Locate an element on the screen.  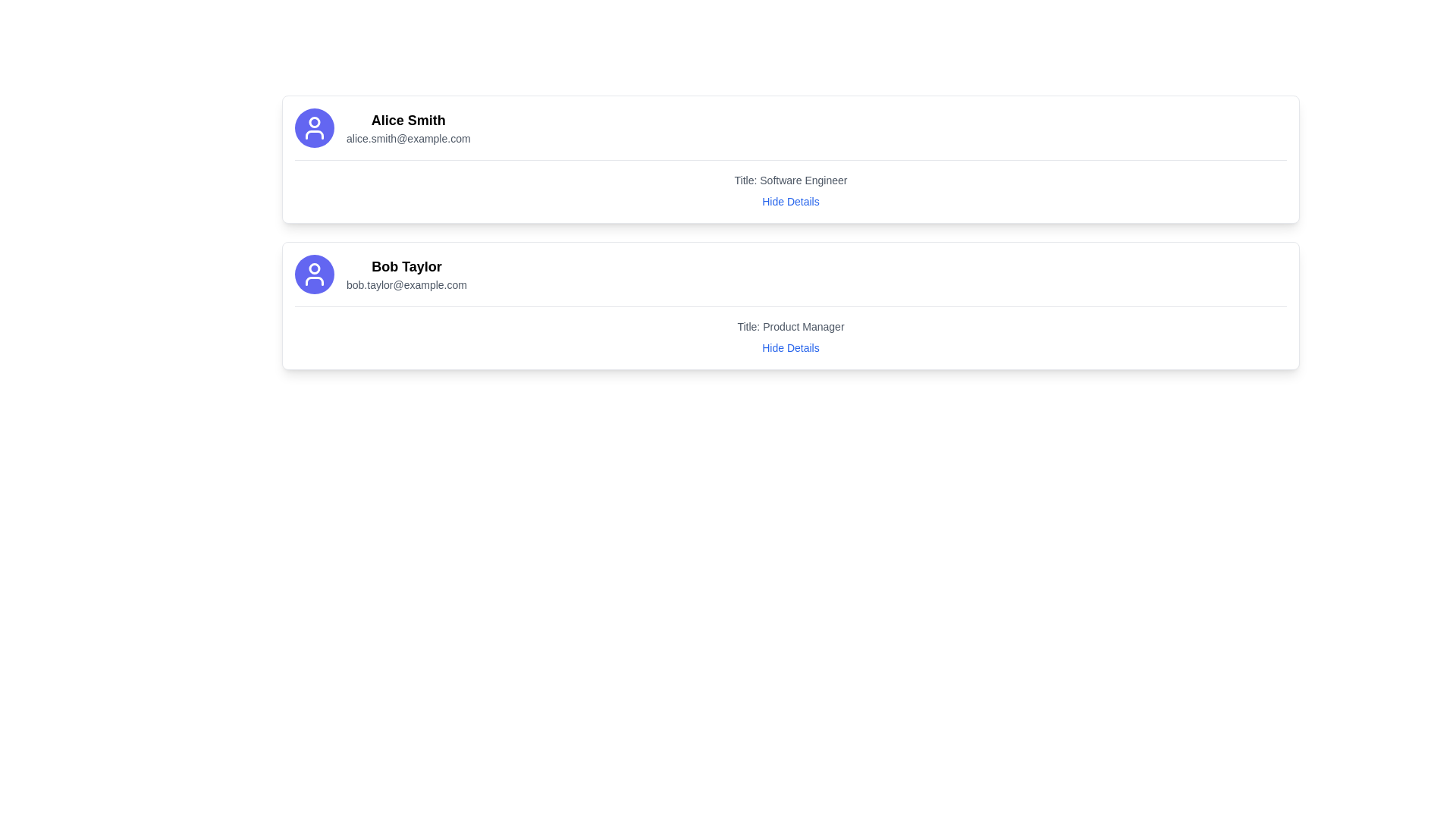
the static text field displaying the email address 'bob.taylor@example.com' located below 'Bob Taylor' in the second user card is located at coordinates (406, 284).